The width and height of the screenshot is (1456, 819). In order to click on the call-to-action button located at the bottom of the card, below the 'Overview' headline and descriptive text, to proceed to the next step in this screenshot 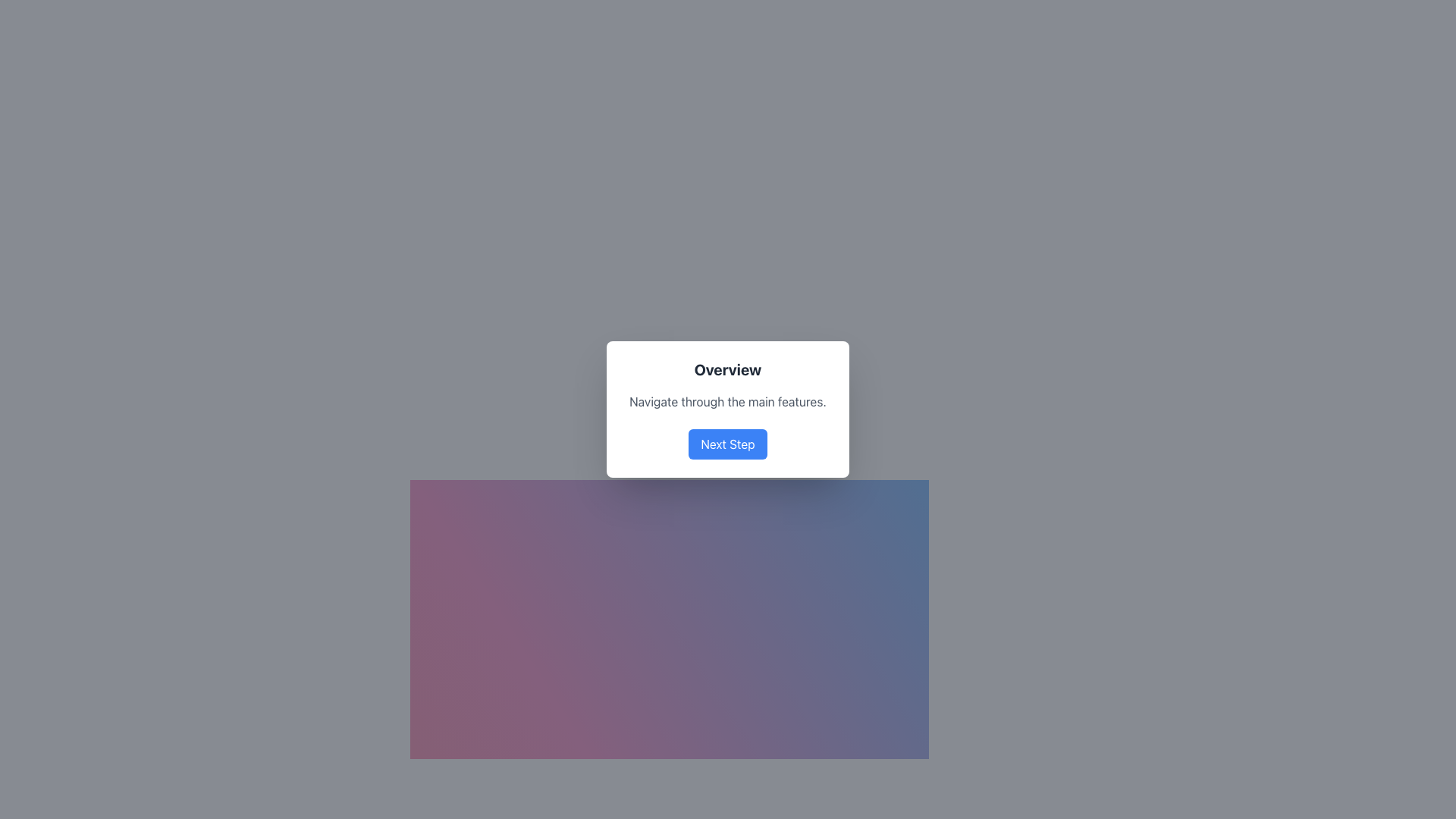, I will do `click(728, 444)`.